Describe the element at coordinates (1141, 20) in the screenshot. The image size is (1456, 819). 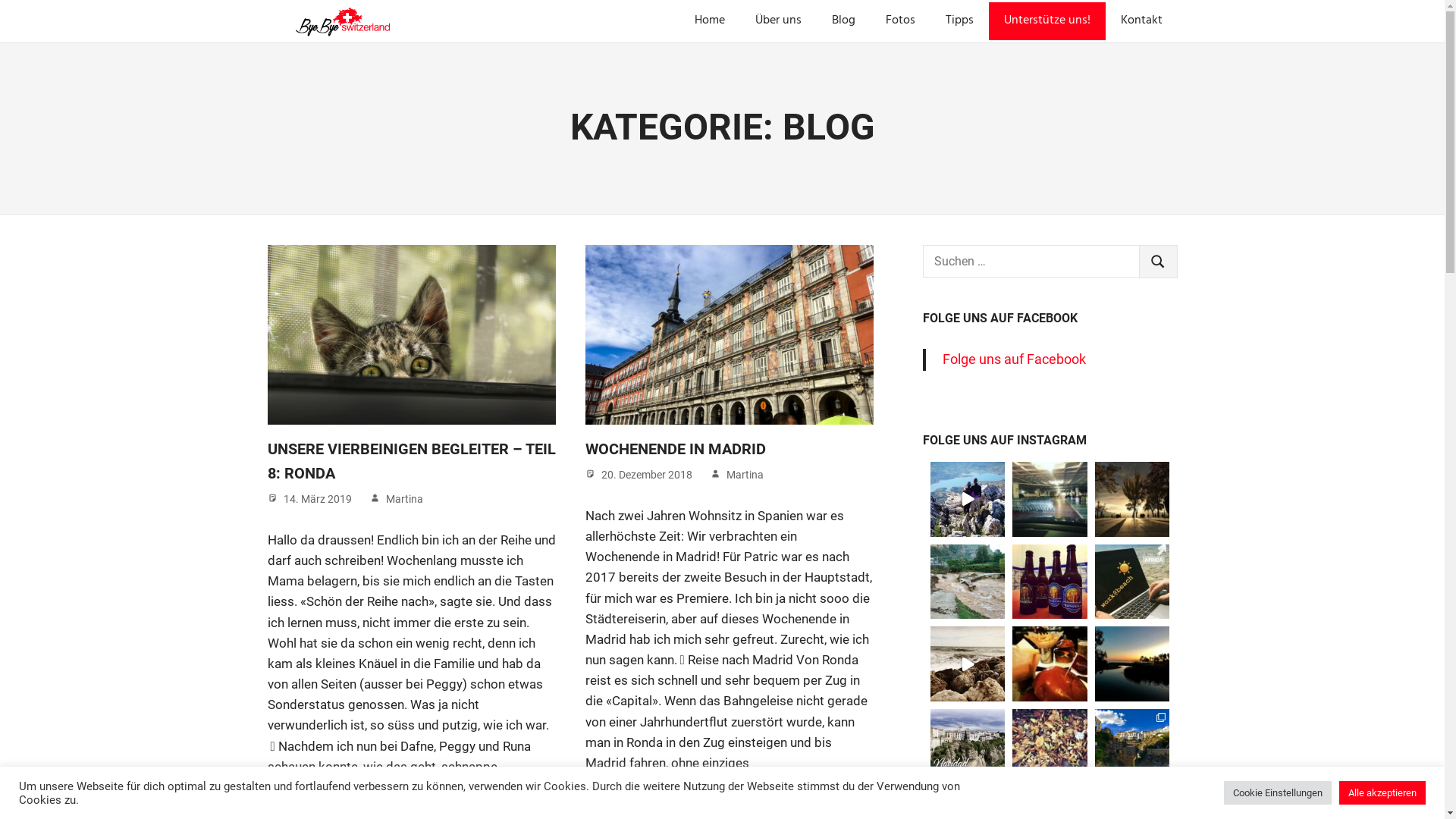
I see `'Kontakt'` at that location.